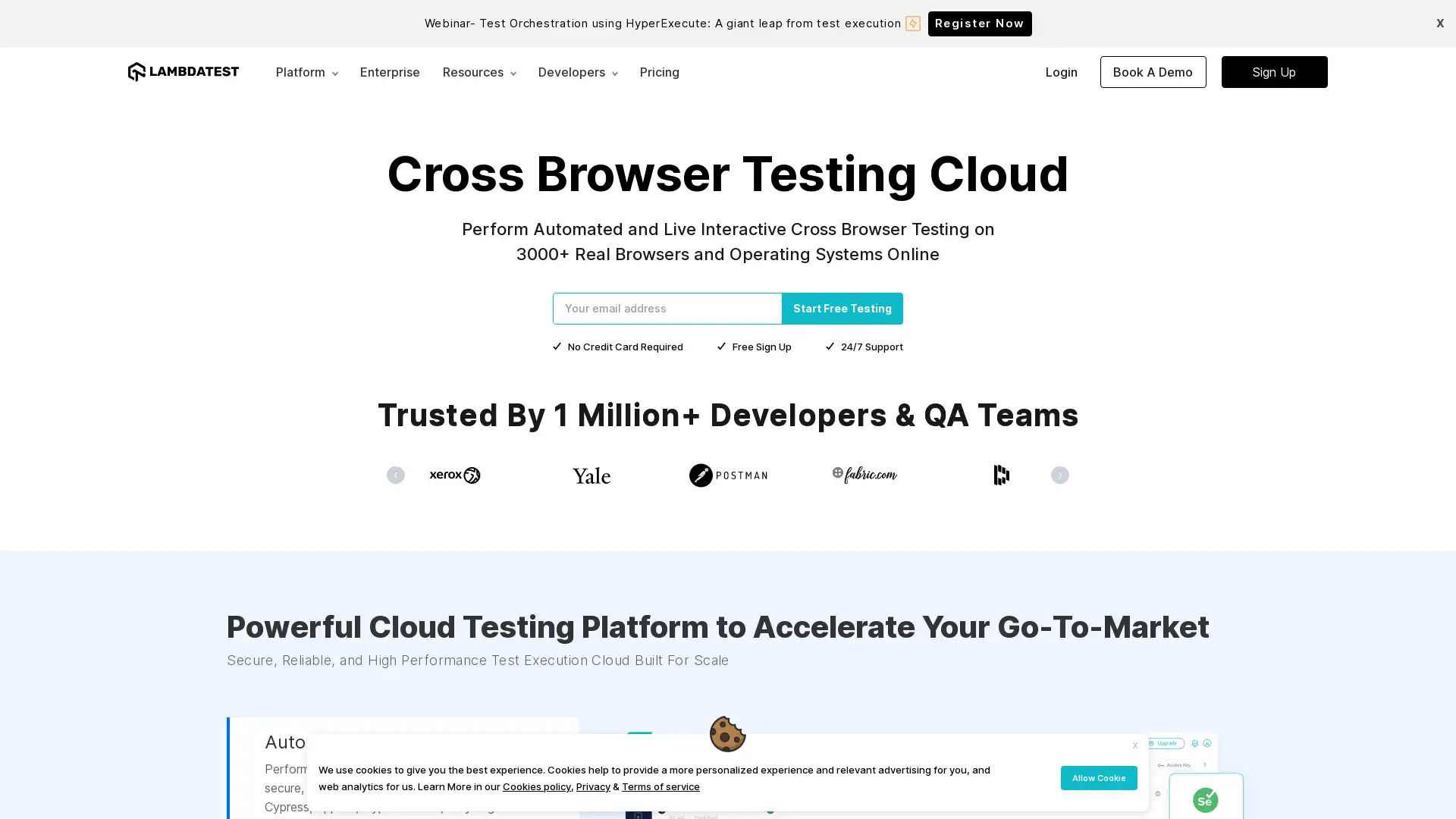 Image resolution: width=1456 pixels, height=819 pixels. I want to click on Start Free Testing, so click(841, 307).